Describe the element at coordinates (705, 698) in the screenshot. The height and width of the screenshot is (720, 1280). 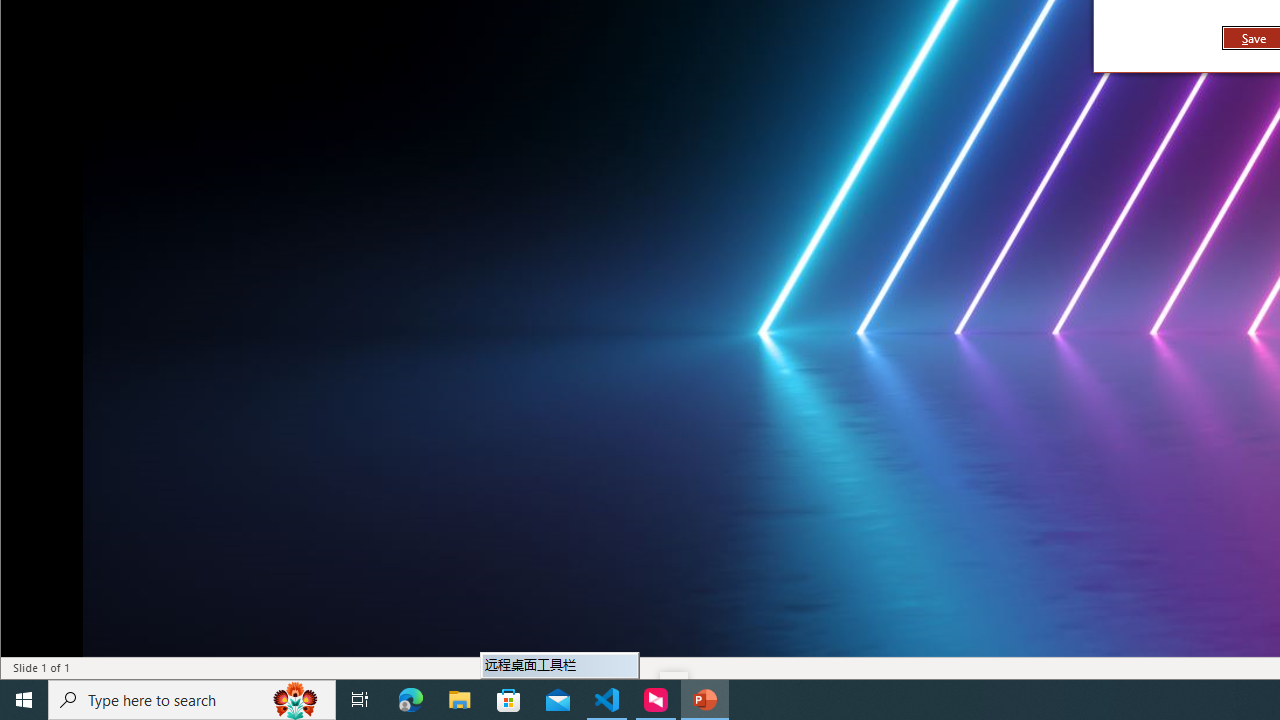
I see `'PowerPoint - 1 running window'` at that location.